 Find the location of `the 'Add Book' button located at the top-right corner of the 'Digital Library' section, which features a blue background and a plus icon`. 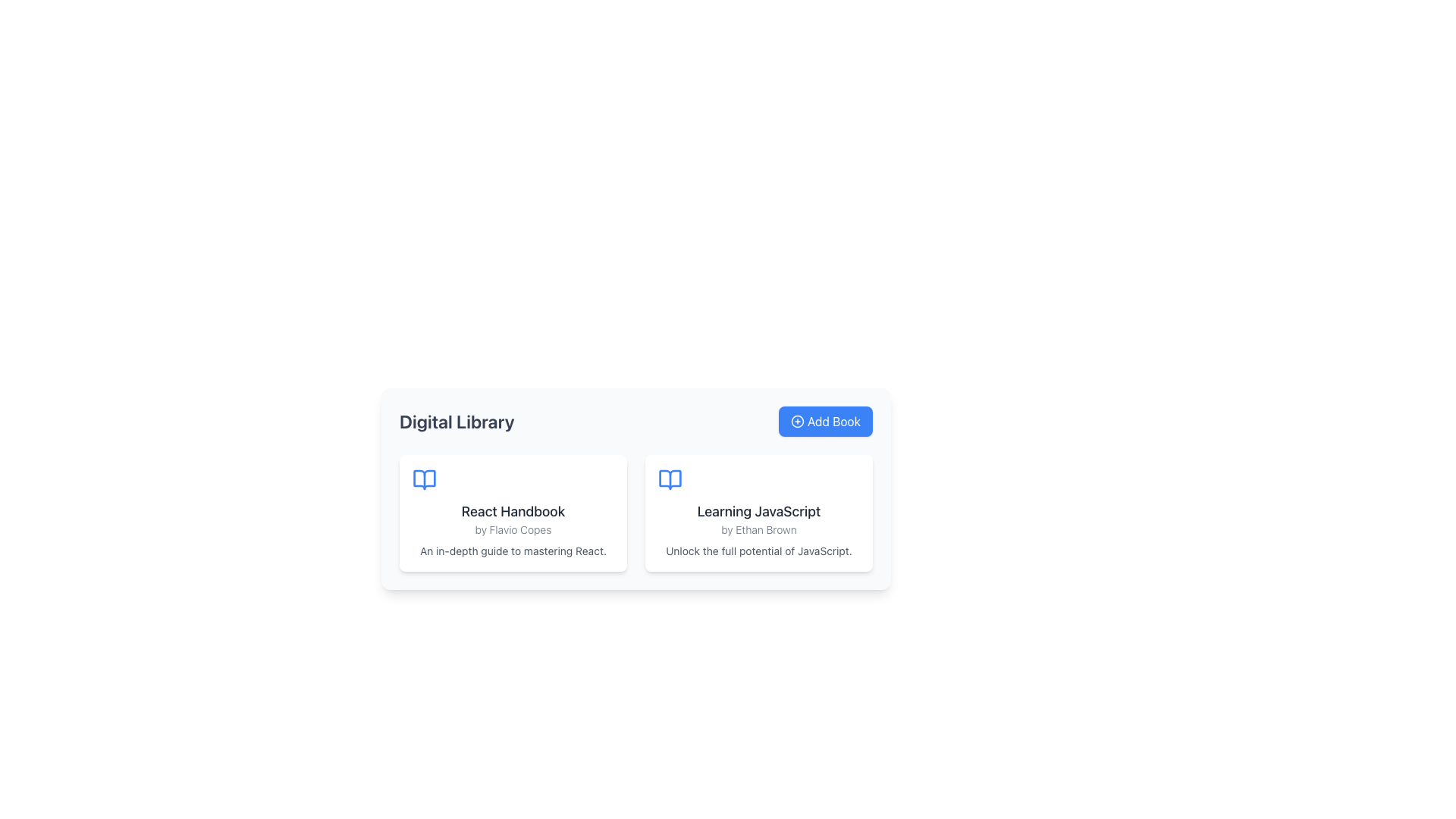

the 'Add Book' button located at the top-right corner of the 'Digital Library' section, which features a blue background and a plus icon is located at coordinates (833, 421).